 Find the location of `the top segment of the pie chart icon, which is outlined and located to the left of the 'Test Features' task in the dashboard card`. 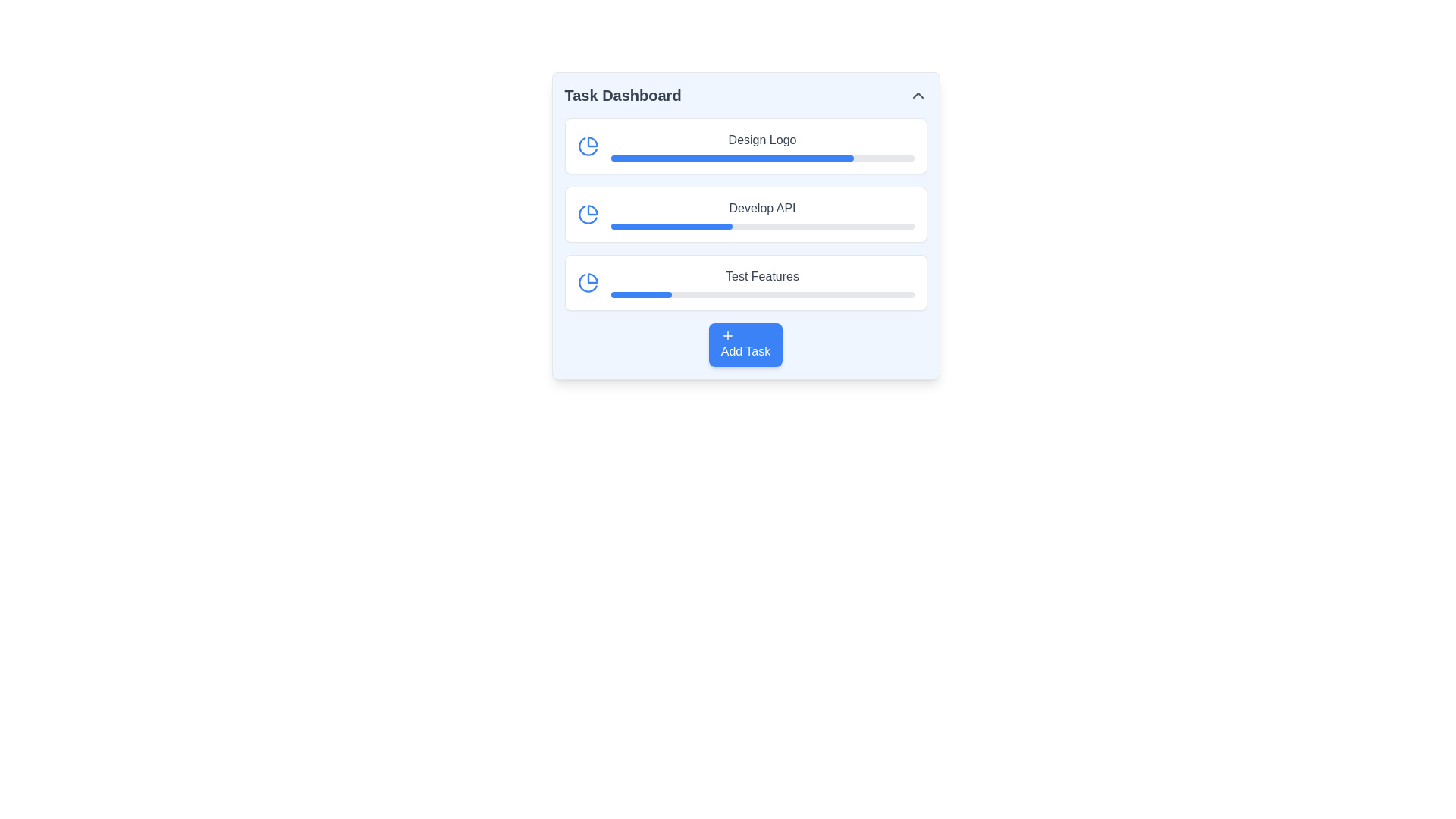

the top segment of the pie chart icon, which is outlined and located to the left of the 'Test Features' task in the dashboard card is located at coordinates (591, 278).